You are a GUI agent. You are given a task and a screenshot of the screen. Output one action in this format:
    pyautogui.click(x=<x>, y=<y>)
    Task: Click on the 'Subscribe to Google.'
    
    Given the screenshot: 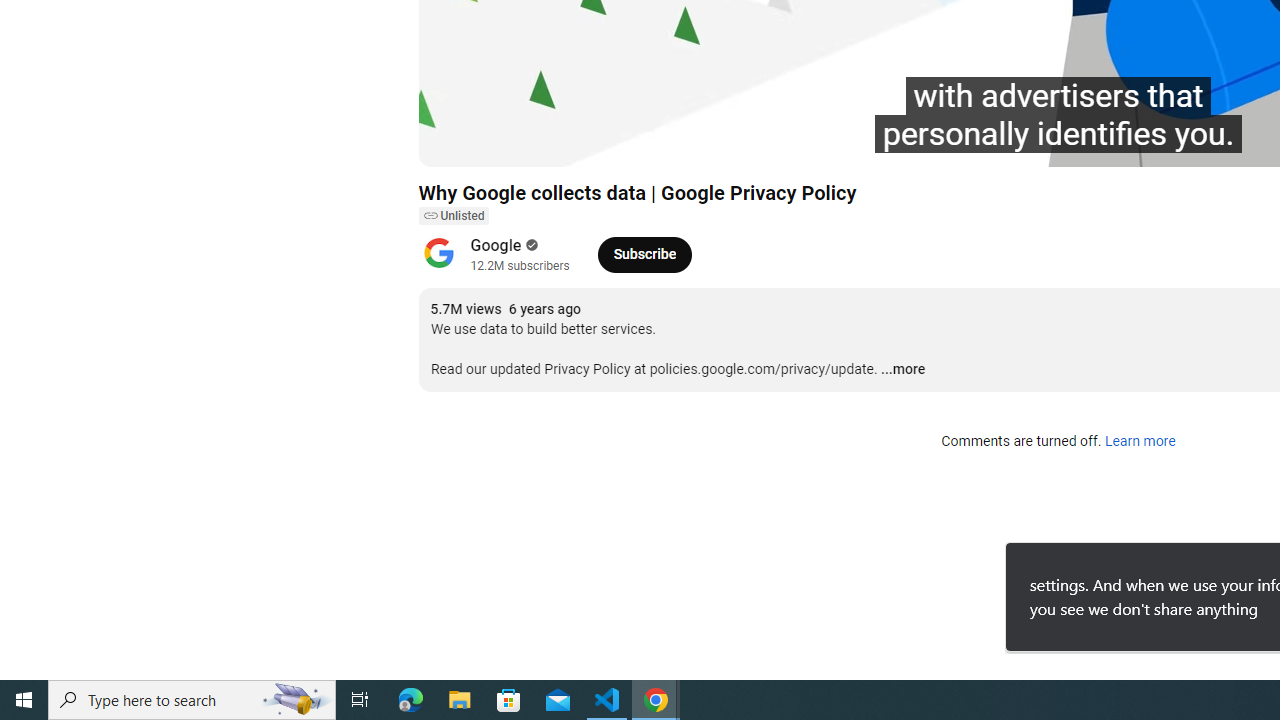 What is the action you would take?
    pyautogui.click(x=644, y=253)
    